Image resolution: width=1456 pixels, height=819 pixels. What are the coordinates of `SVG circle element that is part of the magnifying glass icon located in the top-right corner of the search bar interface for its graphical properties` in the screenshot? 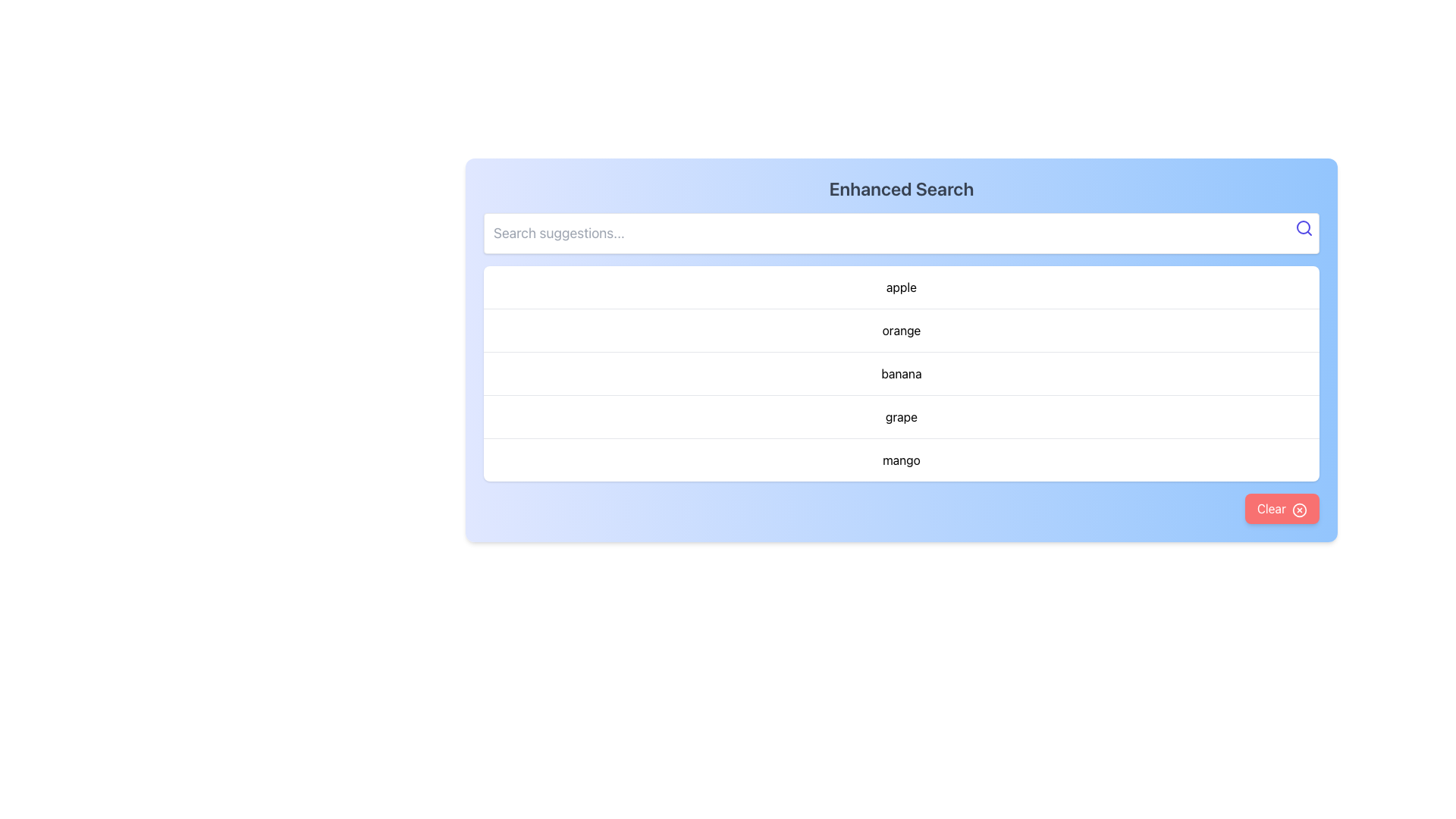 It's located at (1302, 227).